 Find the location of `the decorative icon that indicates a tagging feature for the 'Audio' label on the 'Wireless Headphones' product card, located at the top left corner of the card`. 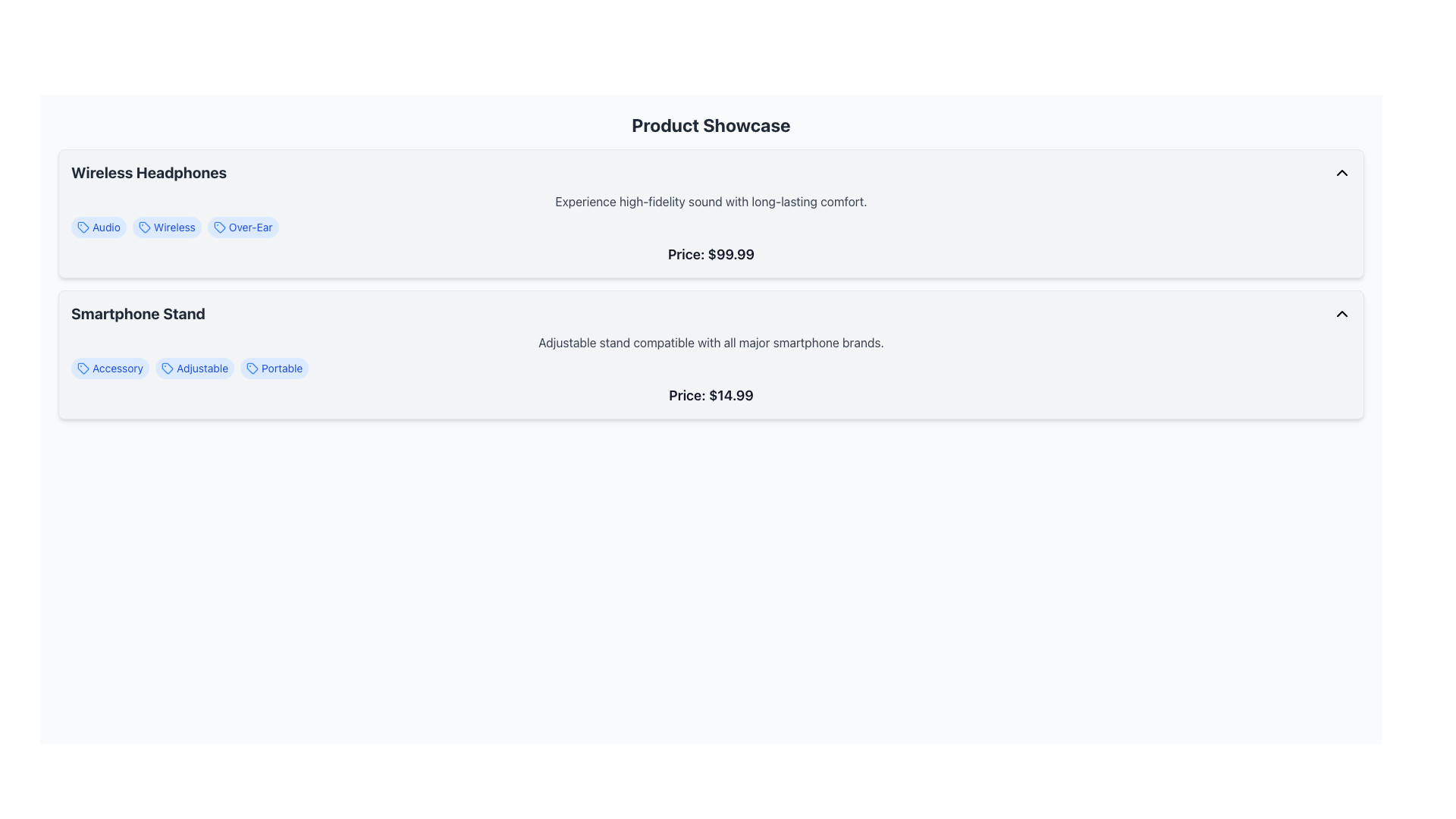

the decorative icon that indicates a tagging feature for the 'Audio' label on the 'Wireless Headphones' product card, located at the top left corner of the card is located at coordinates (83, 227).